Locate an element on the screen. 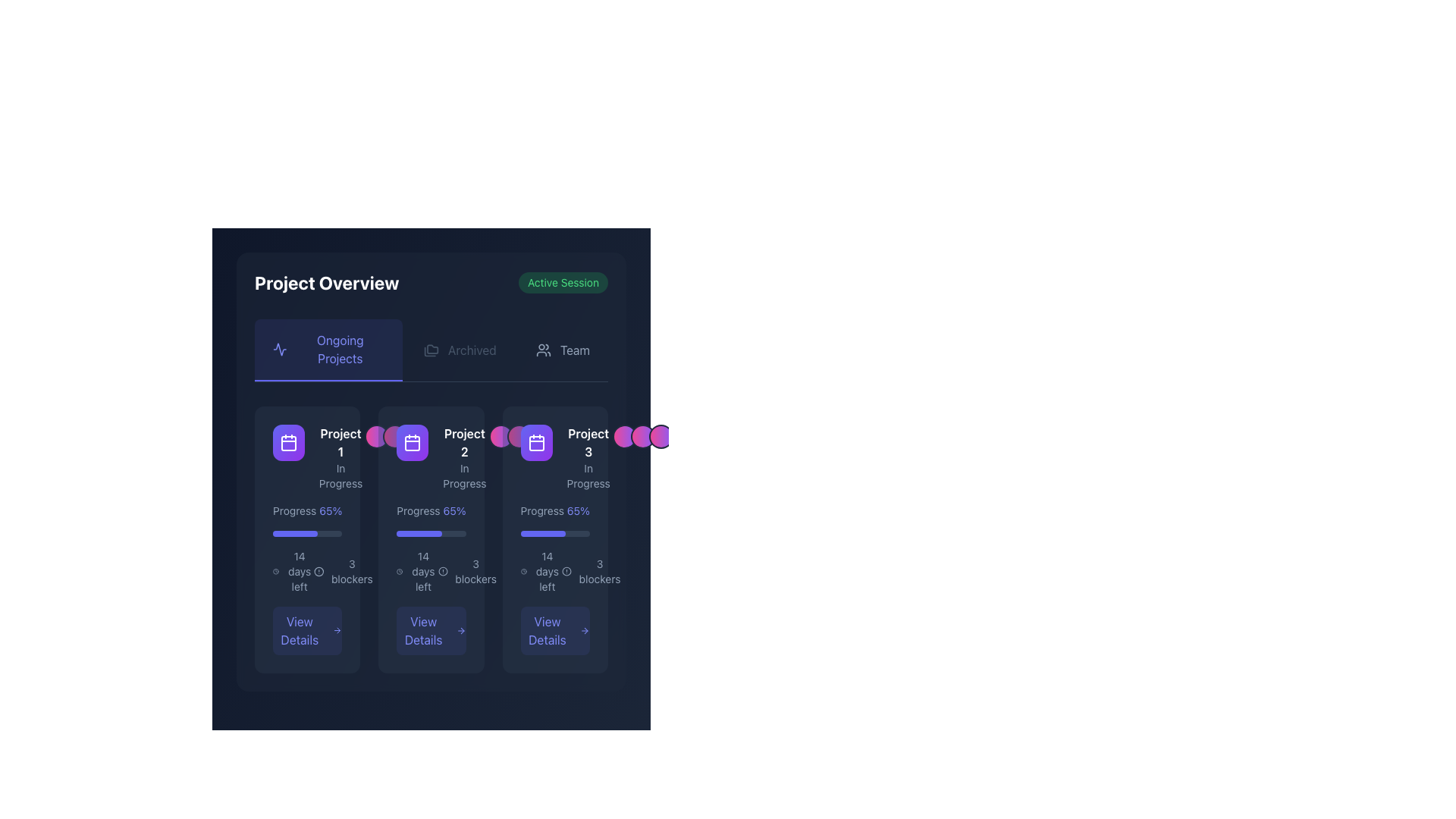 The width and height of the screenshot is (1456, 819). the static text element displaying '14 days left' in the lower middle section of the first project card in the 'Ongoing Projects' view is located at coordinates (300, 571).